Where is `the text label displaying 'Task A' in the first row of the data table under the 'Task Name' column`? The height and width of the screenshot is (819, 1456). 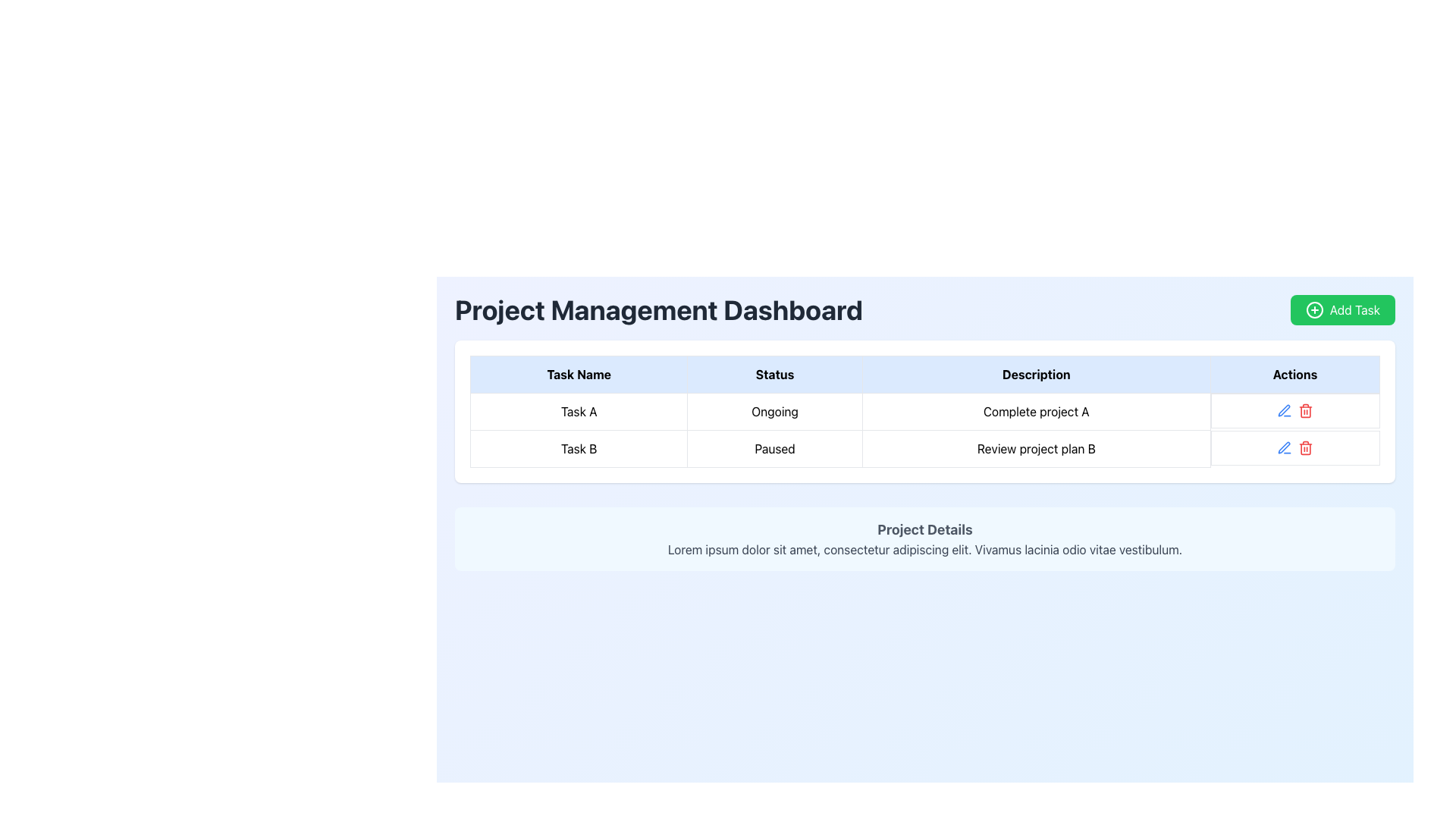
the text label displaying 'Task A' in the first row of the data table under the 'Task Name' column is located at coordinates (578, 412).